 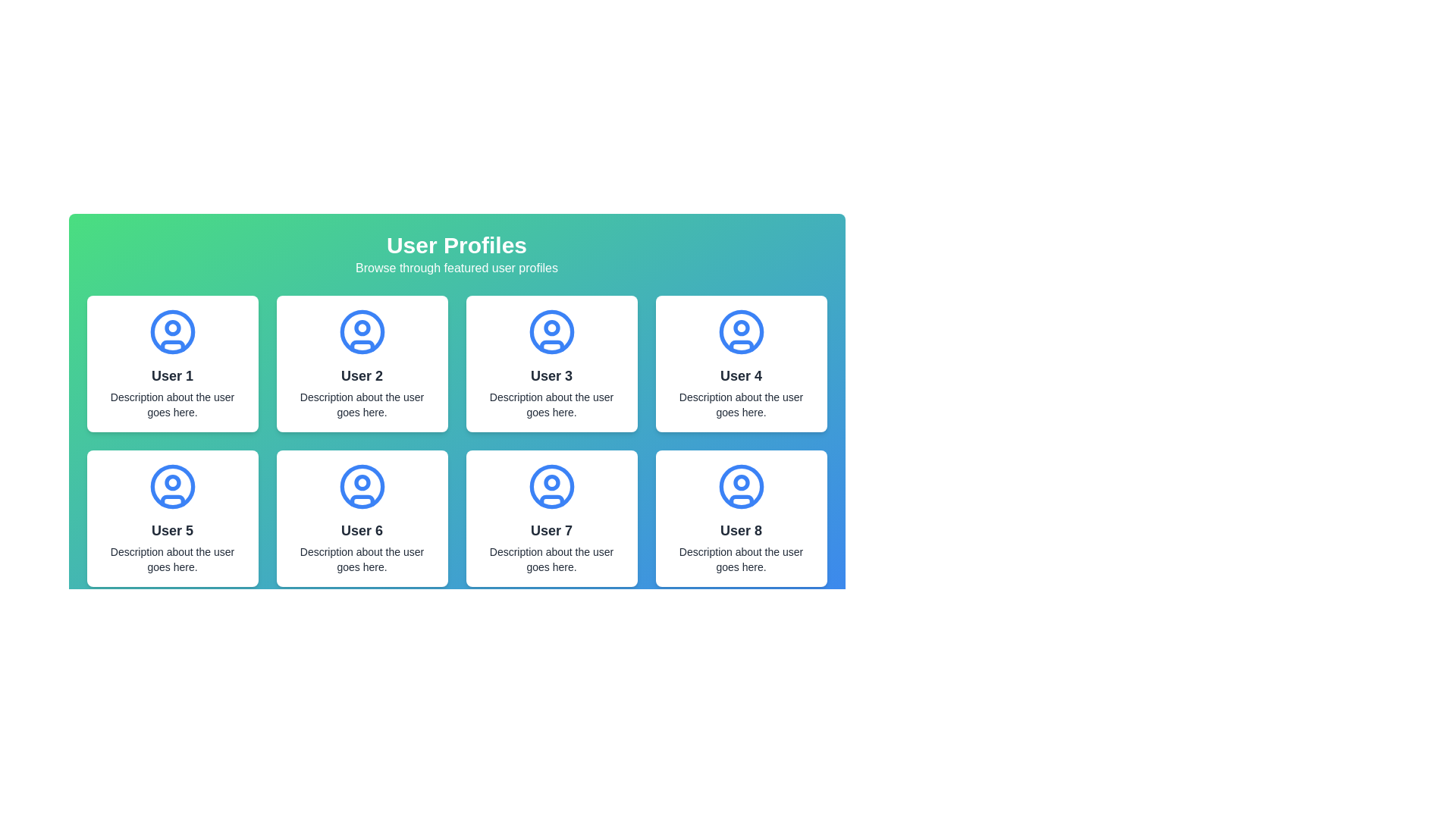 What do you see at coordinates (551, 327) in the screenshot?
I see `the smaller inner circle of the 'User 3' profile icon, which is a graphical SVG component` at bounding box center [551, 327].